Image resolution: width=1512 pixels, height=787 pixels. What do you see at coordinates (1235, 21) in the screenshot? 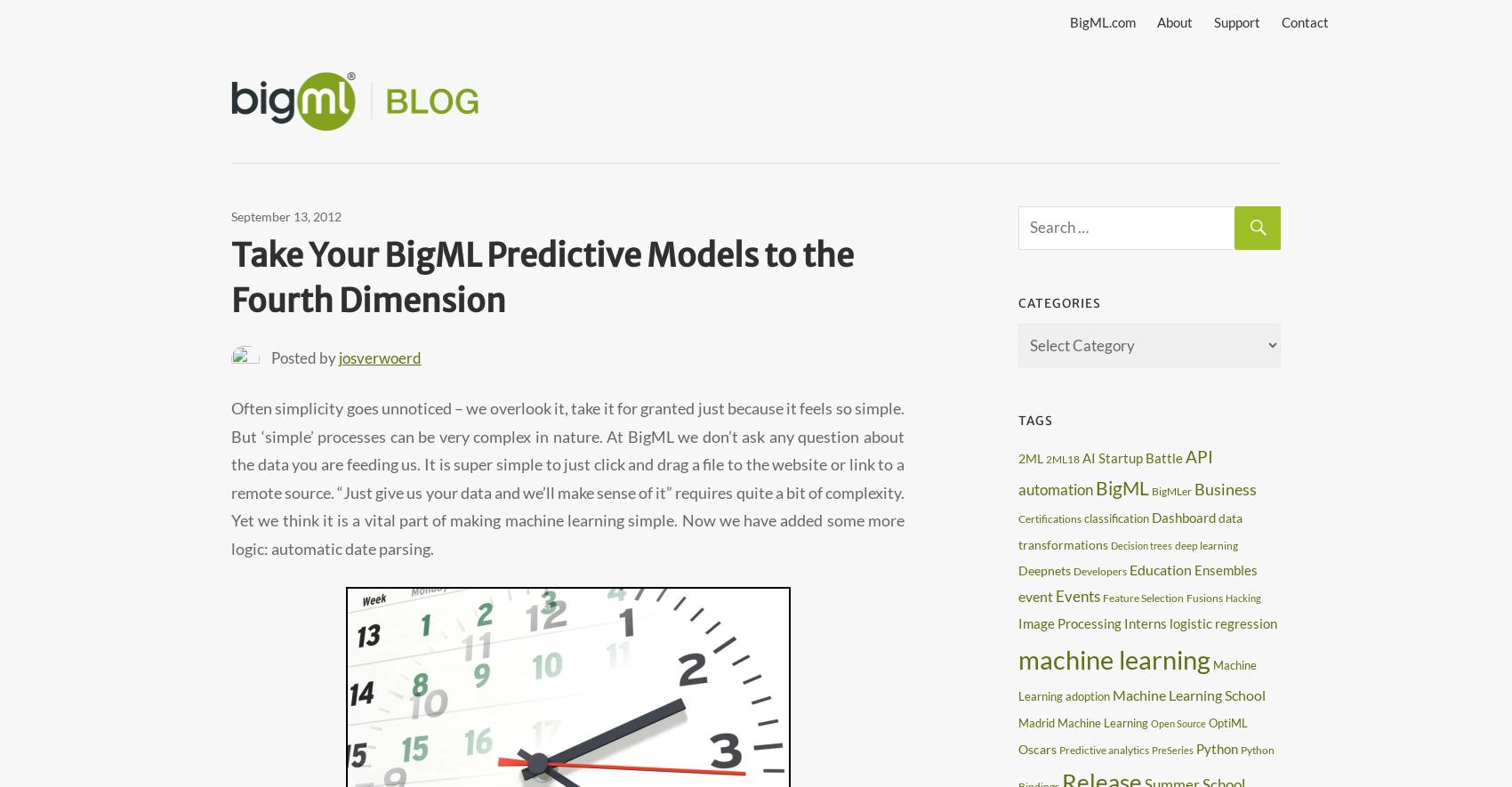
I see `'Support'` at bounding box center [1235, 21].